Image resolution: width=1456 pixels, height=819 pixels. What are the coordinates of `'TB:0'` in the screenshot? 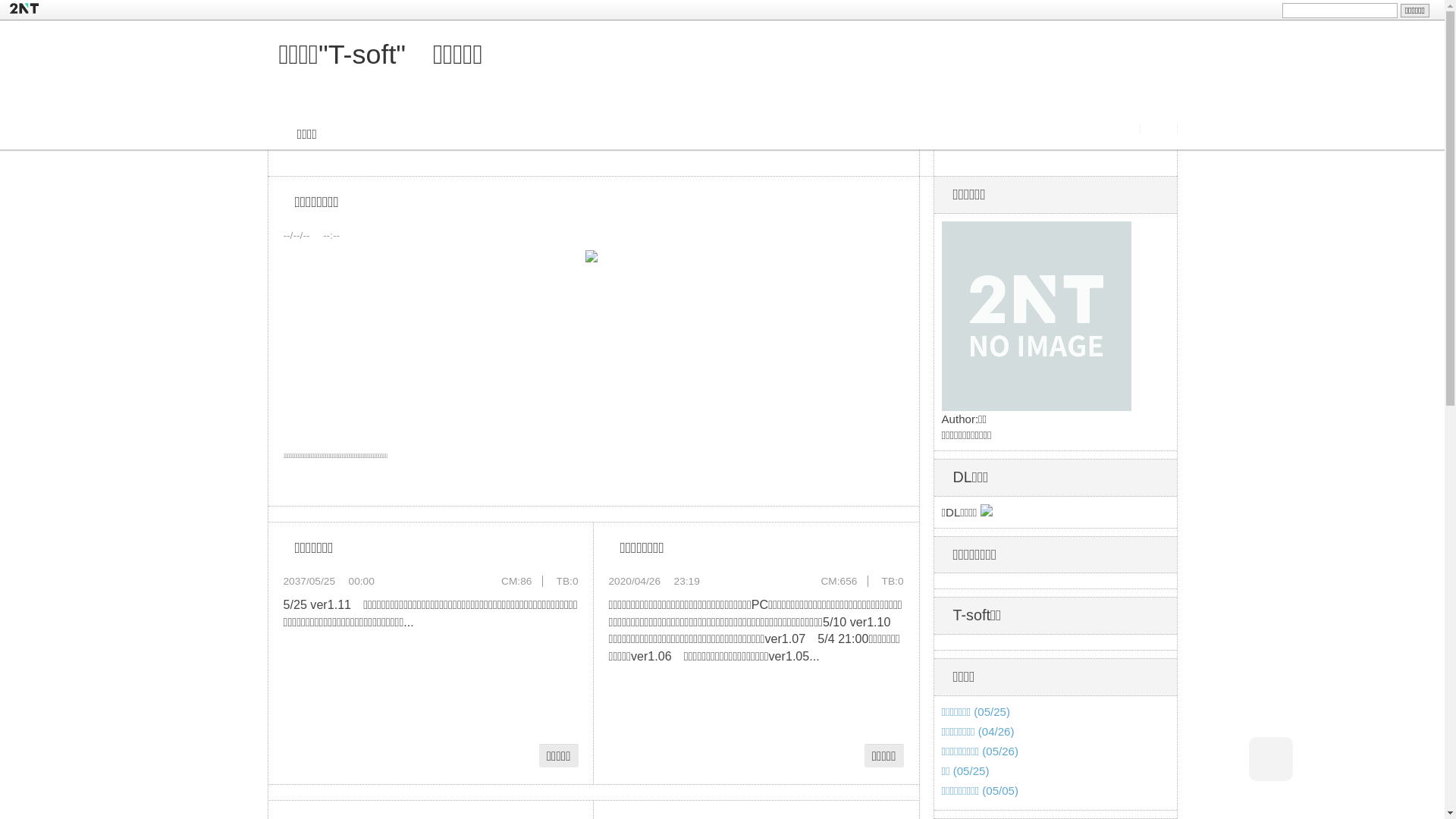 It's located at (893, 580).